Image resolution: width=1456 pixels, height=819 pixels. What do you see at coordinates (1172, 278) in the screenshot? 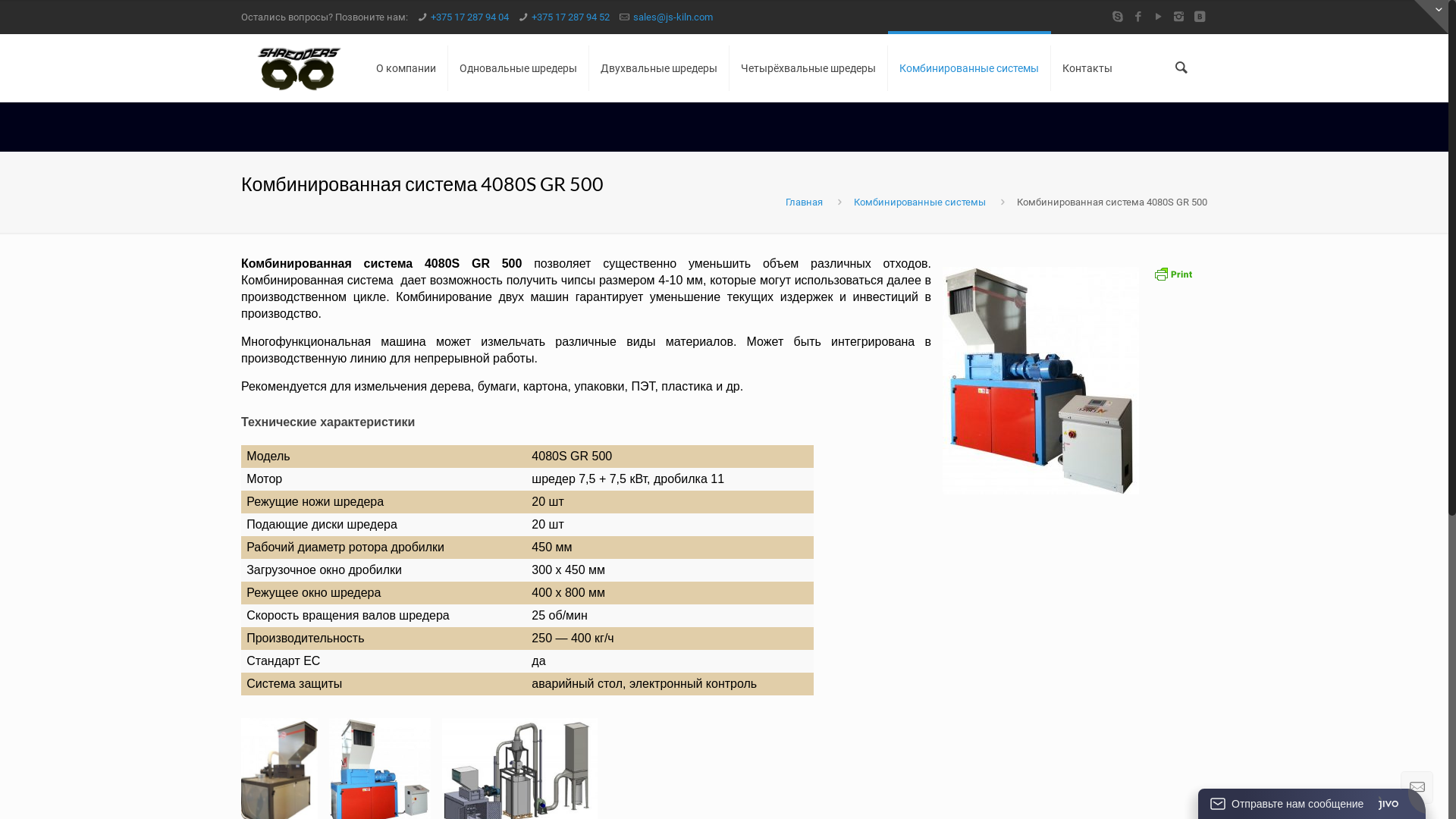
I see `'Printer Friendly, PDF & Email'` at bounding box center [1172, 278].